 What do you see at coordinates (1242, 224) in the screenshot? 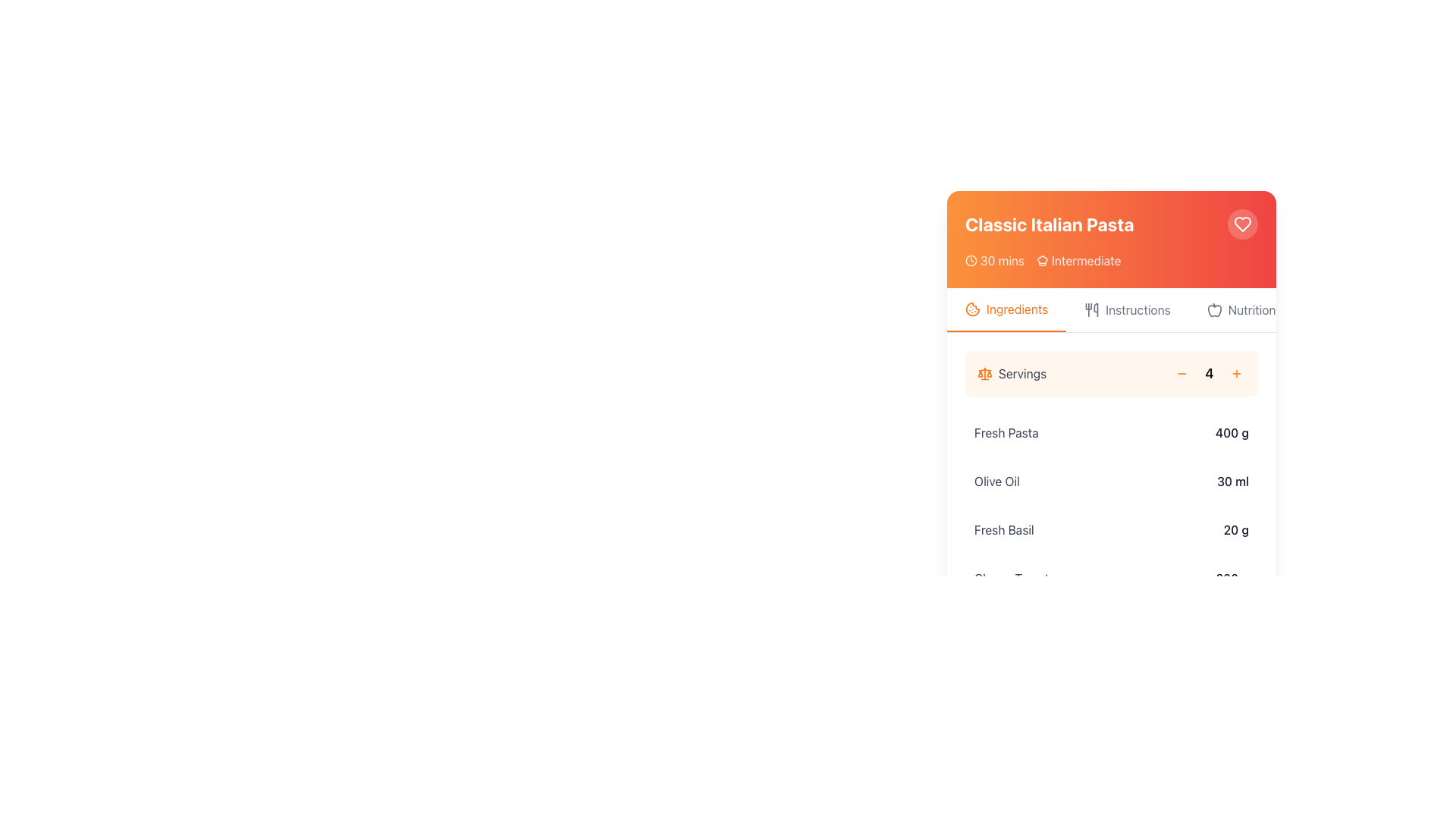
I see `the favorite icon button` at bounding box center [1242, 224].